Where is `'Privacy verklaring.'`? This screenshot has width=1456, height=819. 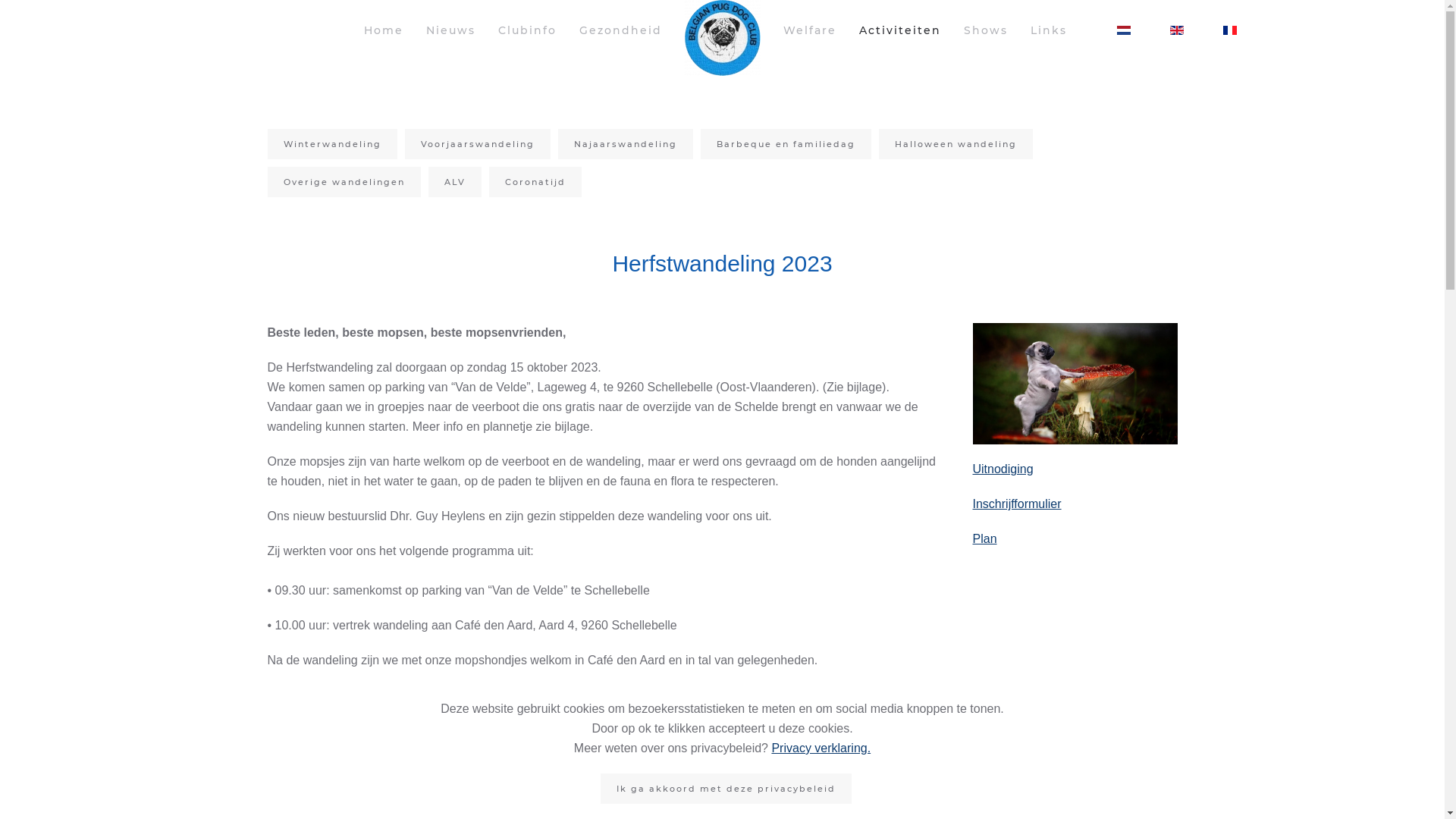 'Privacy verklaring.' is located at coordinates (820, 747).